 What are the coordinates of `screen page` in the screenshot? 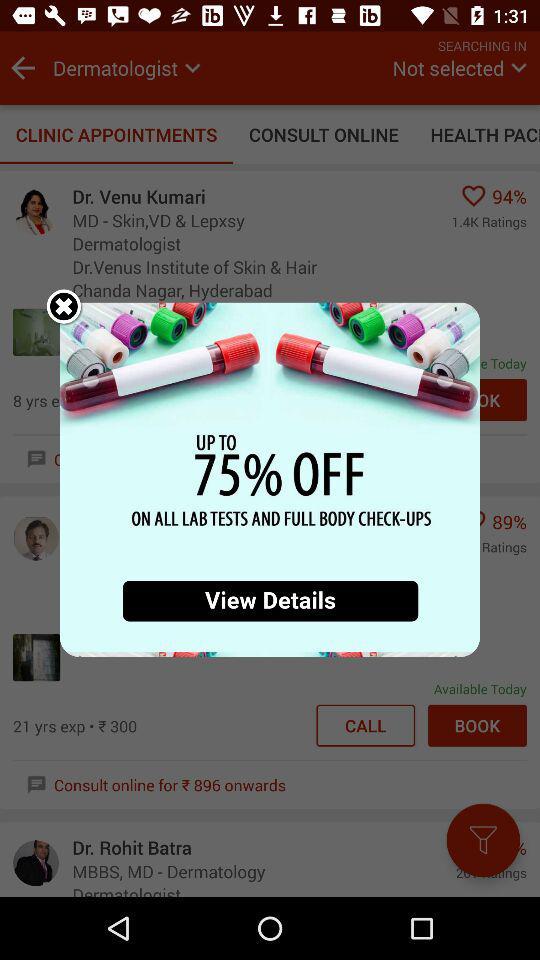 It's located at (270, 479).